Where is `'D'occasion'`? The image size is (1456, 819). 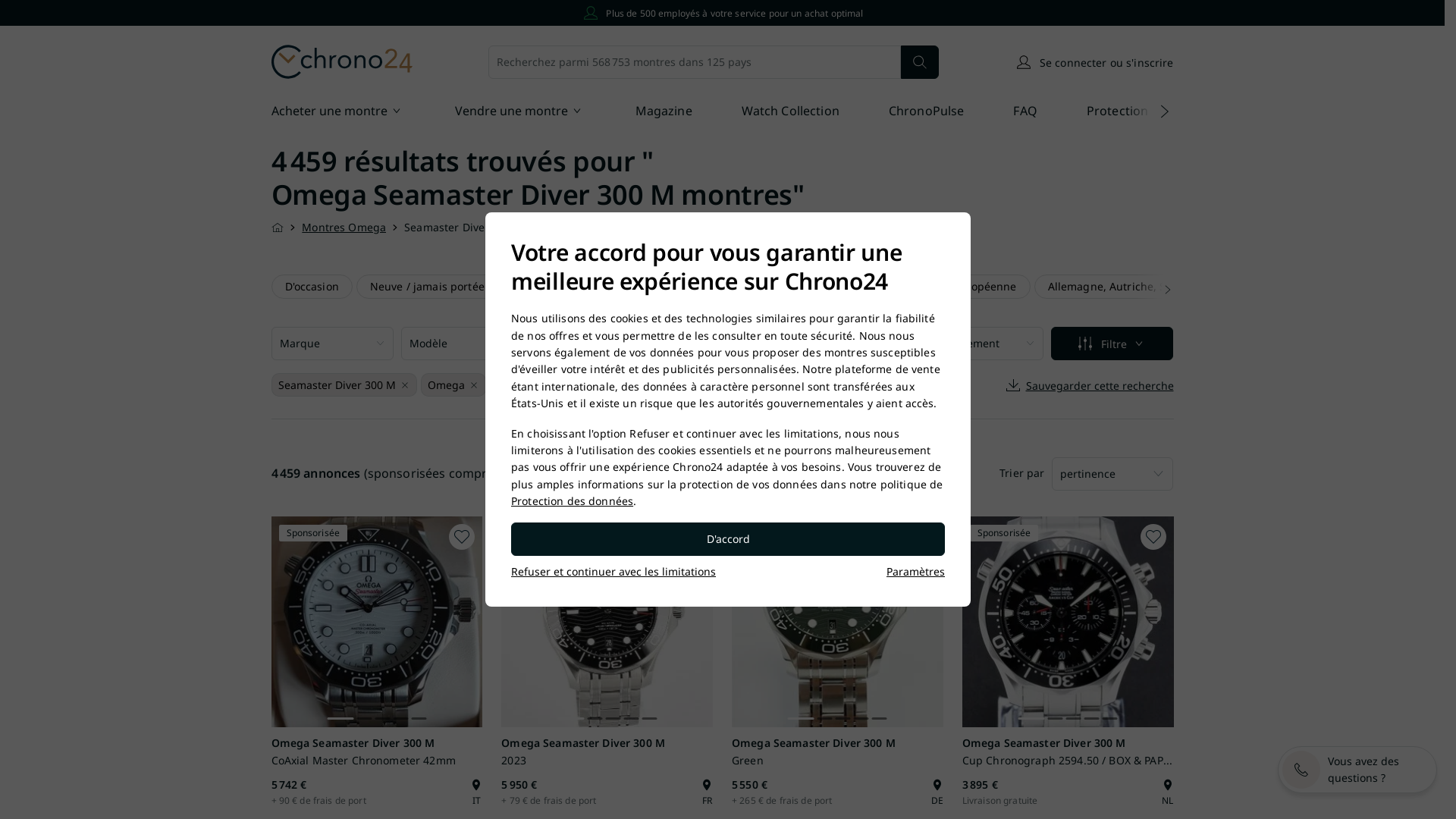 'D'occasion' is located at coordinates (271, 287).